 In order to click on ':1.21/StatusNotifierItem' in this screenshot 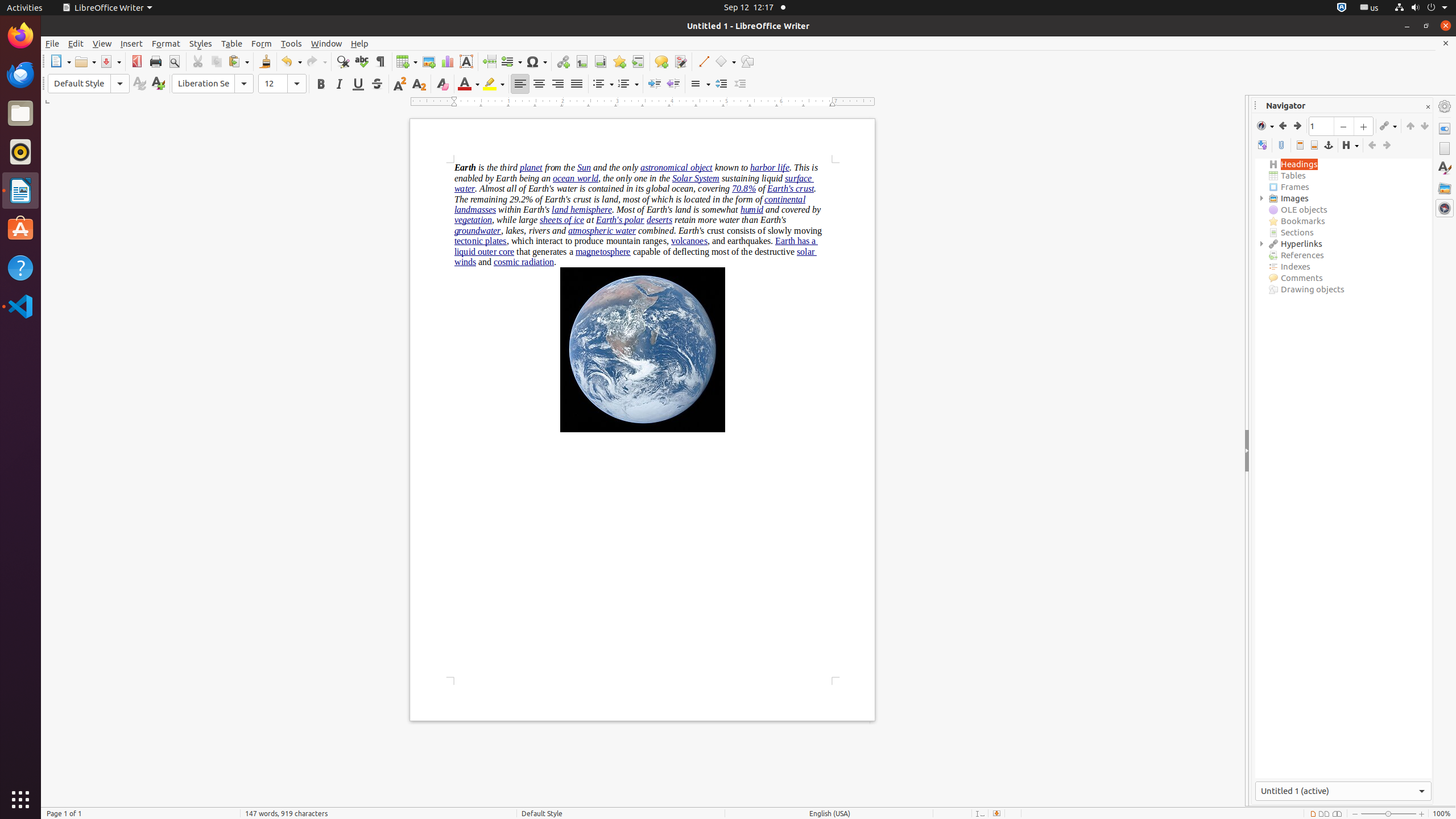, I will do `click(1368, 7)`.